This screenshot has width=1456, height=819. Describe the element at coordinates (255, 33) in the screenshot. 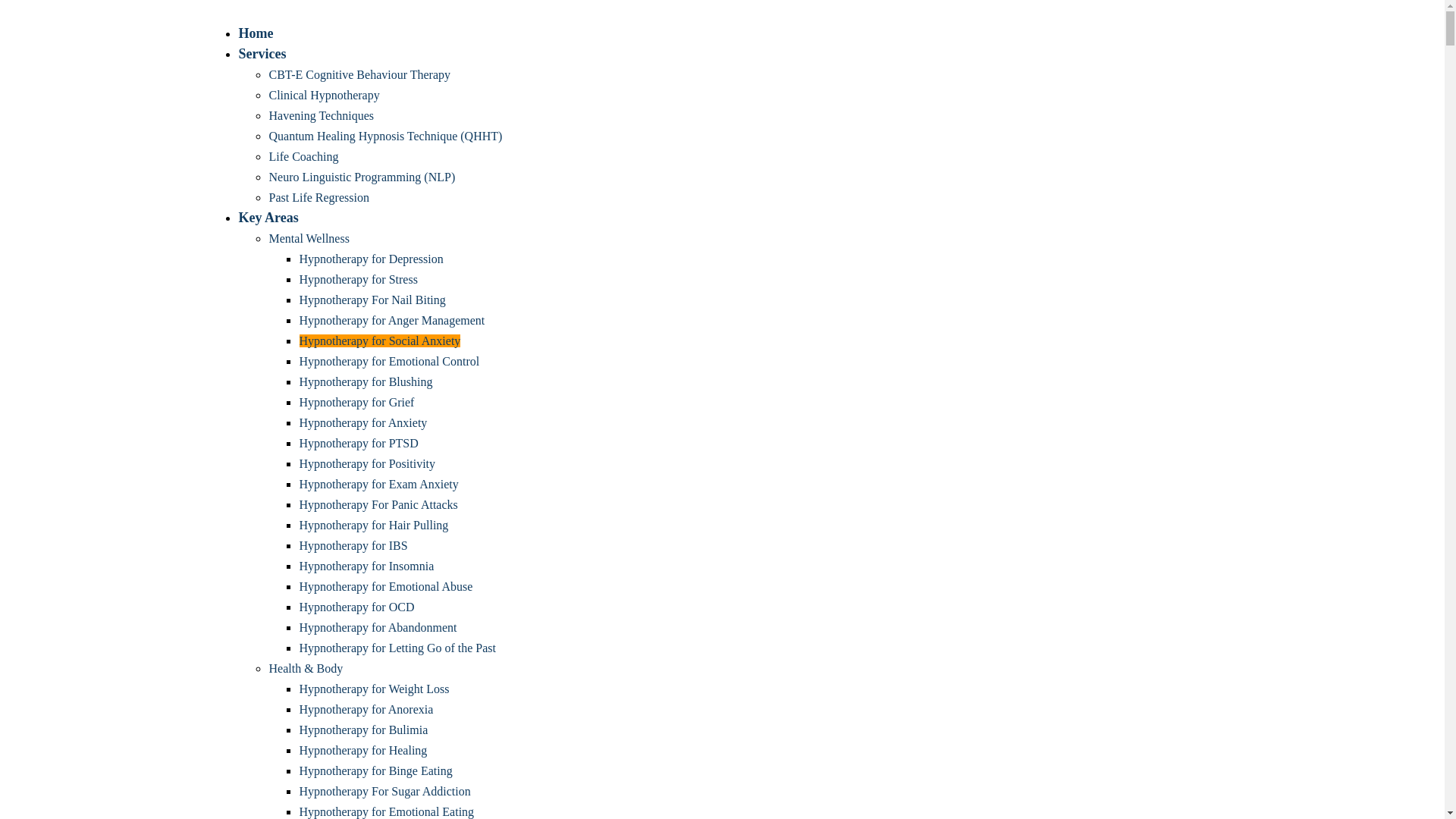

I see `'Home'` at that location.